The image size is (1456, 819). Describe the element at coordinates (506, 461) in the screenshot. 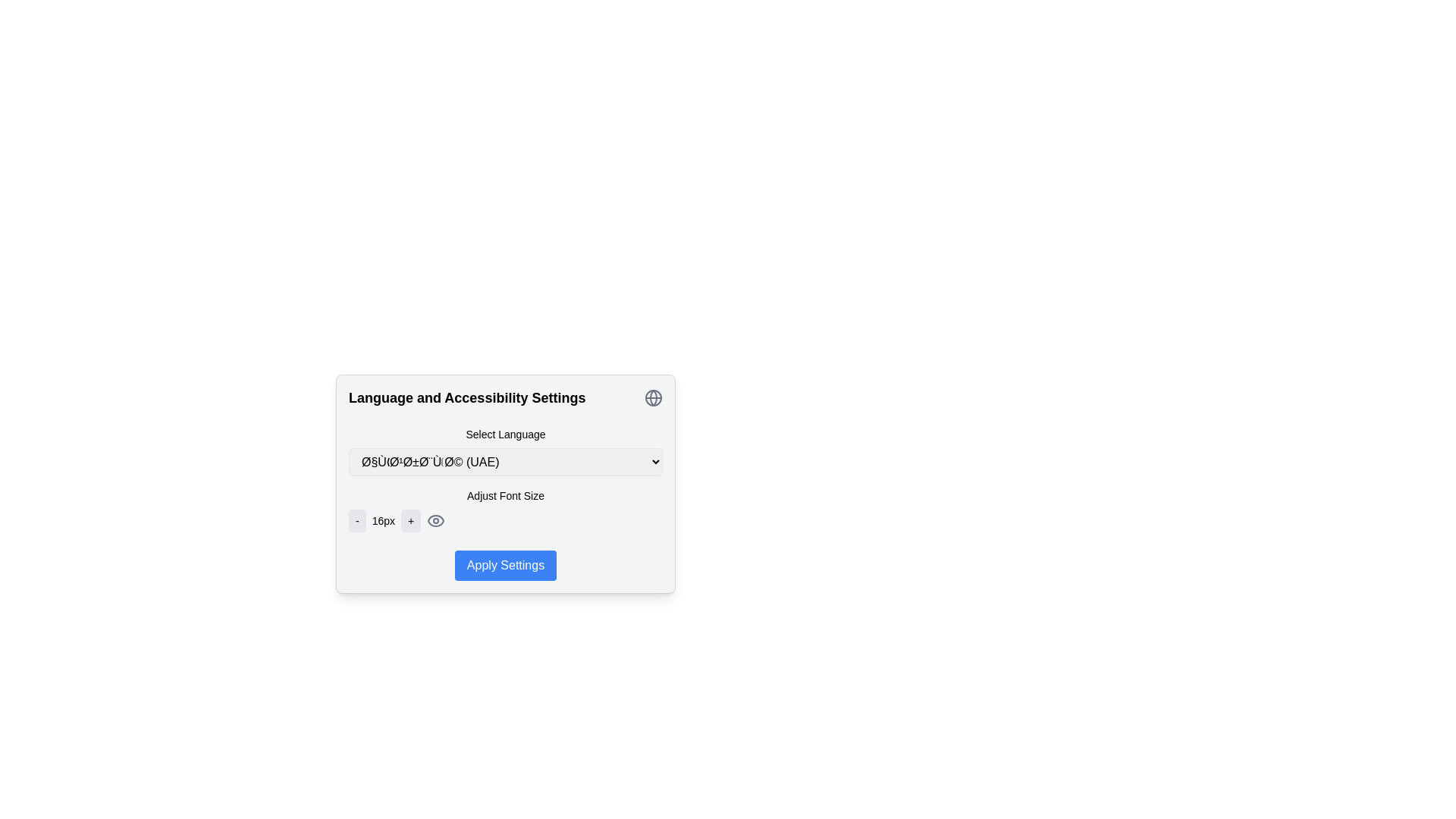

I see `the dropdown menu labeled 'Select Language'` at that location.